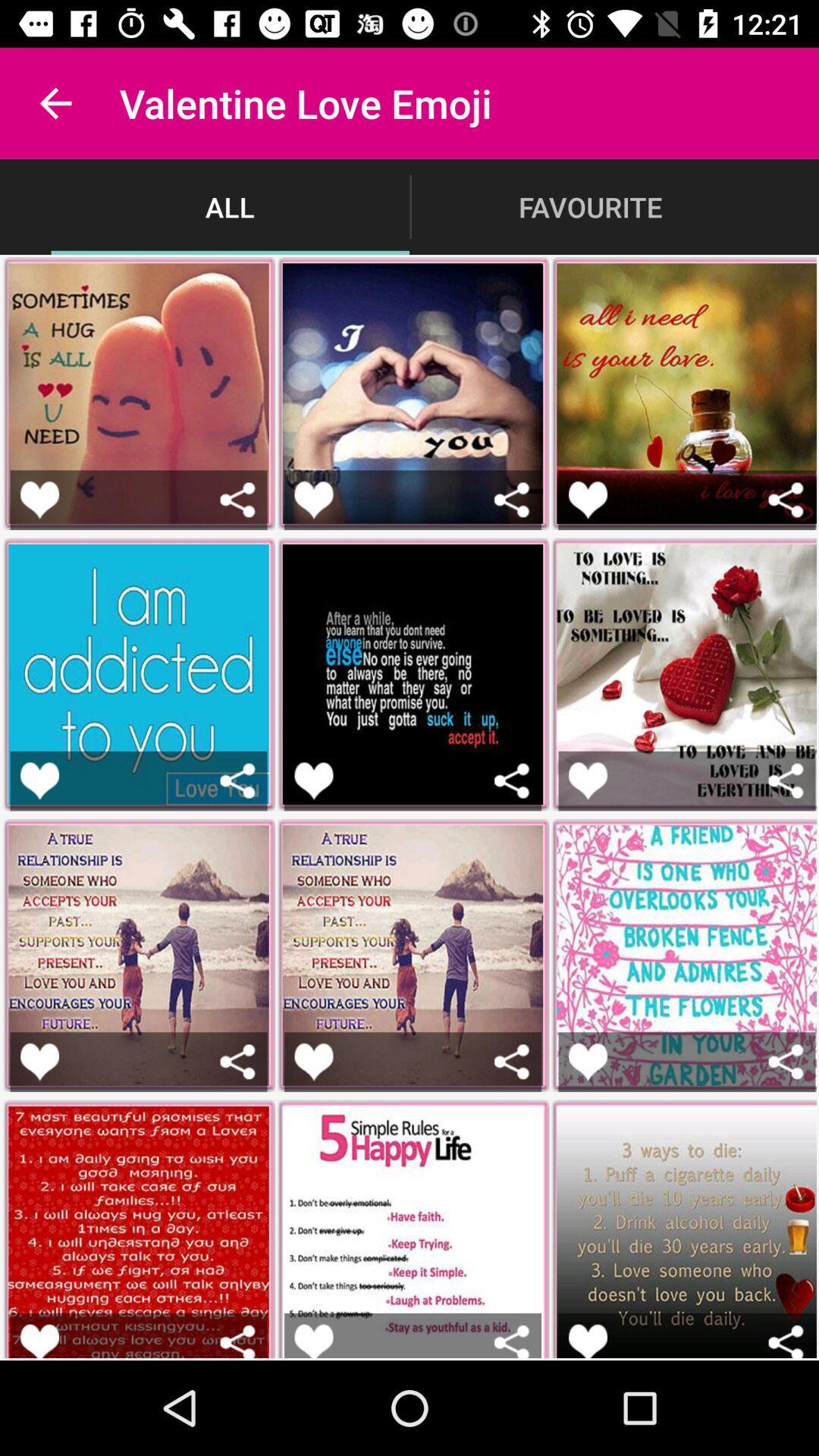 This screenshot has height=1456, width=819. What do you see at coordinates (785, 1061) in the screenshot?
I see `share button` at bounding box center [785, 1061].